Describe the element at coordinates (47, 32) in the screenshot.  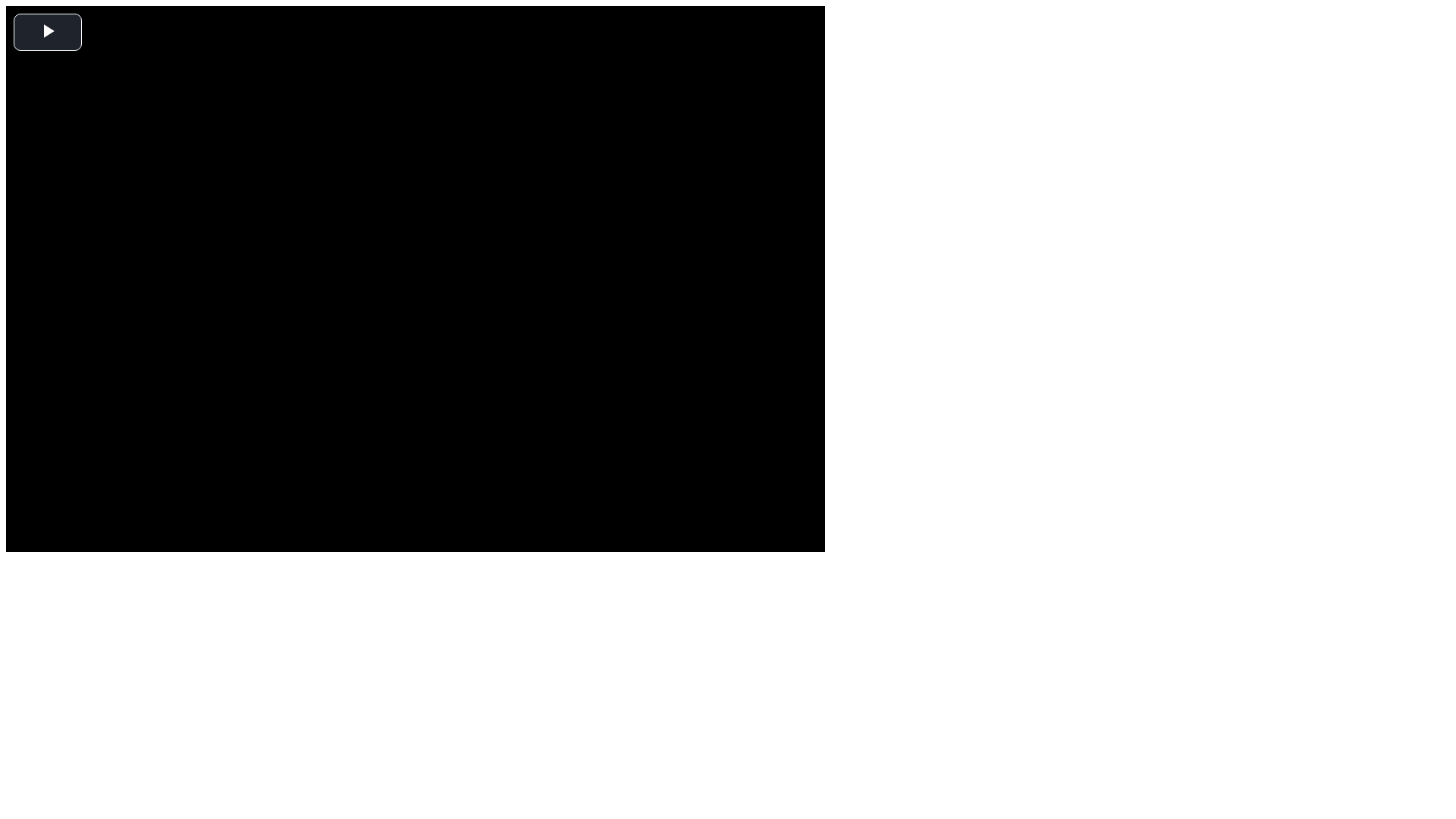
I see `'Play Video'` at that location.